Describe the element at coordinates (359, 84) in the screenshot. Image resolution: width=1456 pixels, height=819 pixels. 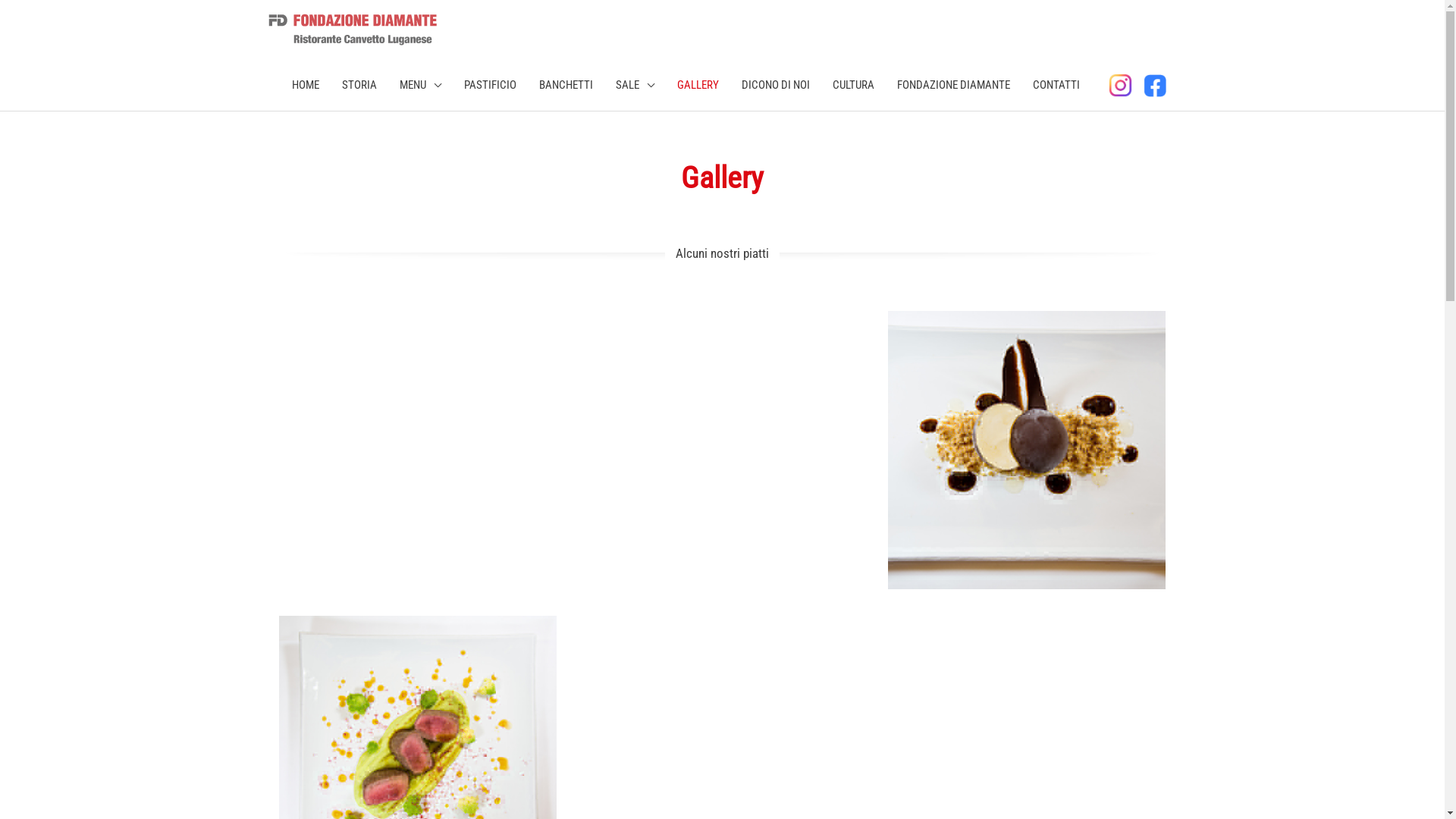
I see `'STORIA'` at that location.